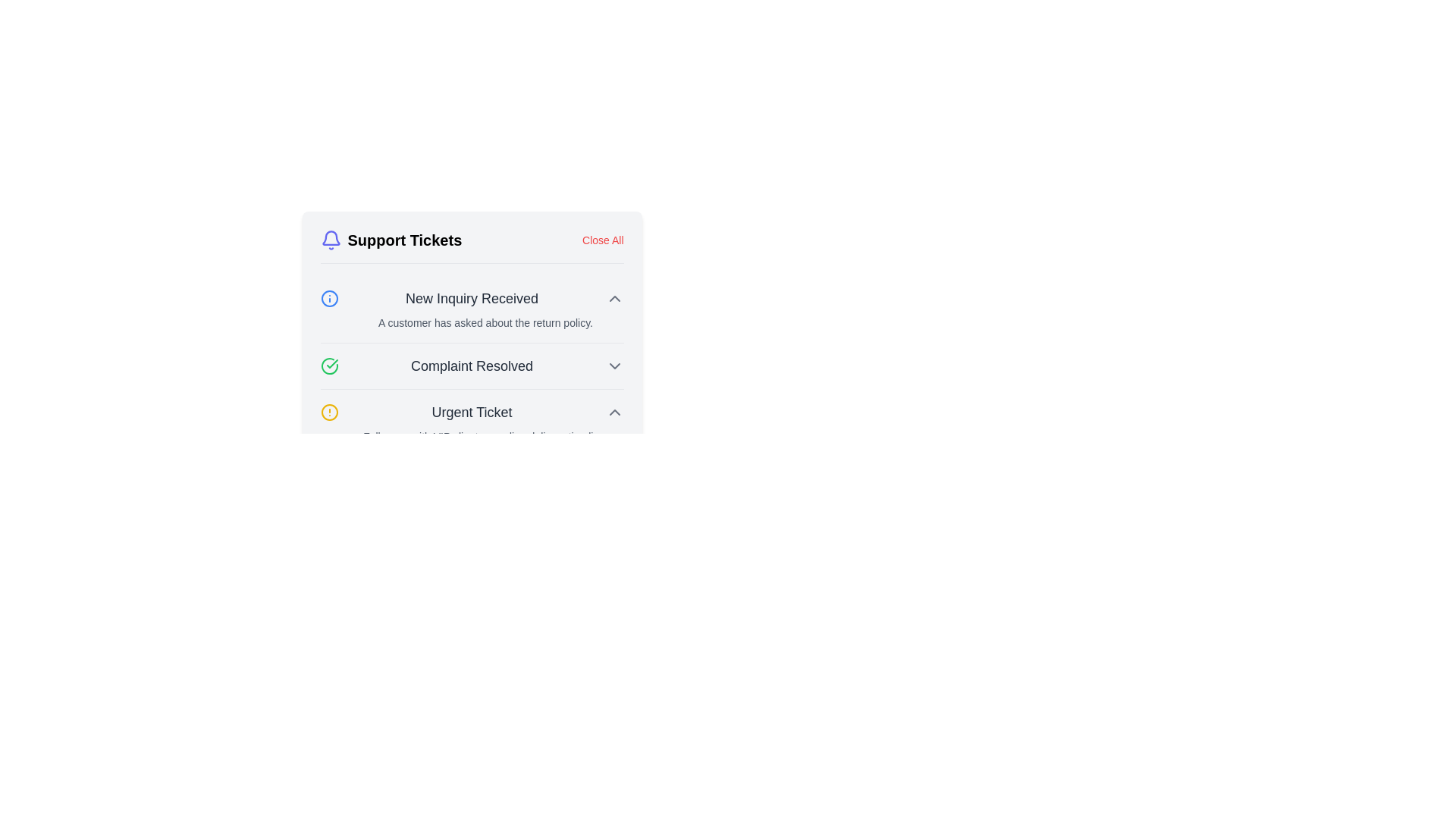 The height and width of the screenshot is (819, 1456). What do you see at coordinates (330, 239) in the screenshot?
I see `the notification indicator icon located to the left of the 'Support Tickets' text in the Support Tickets section header` at bounding box center [330, 239].